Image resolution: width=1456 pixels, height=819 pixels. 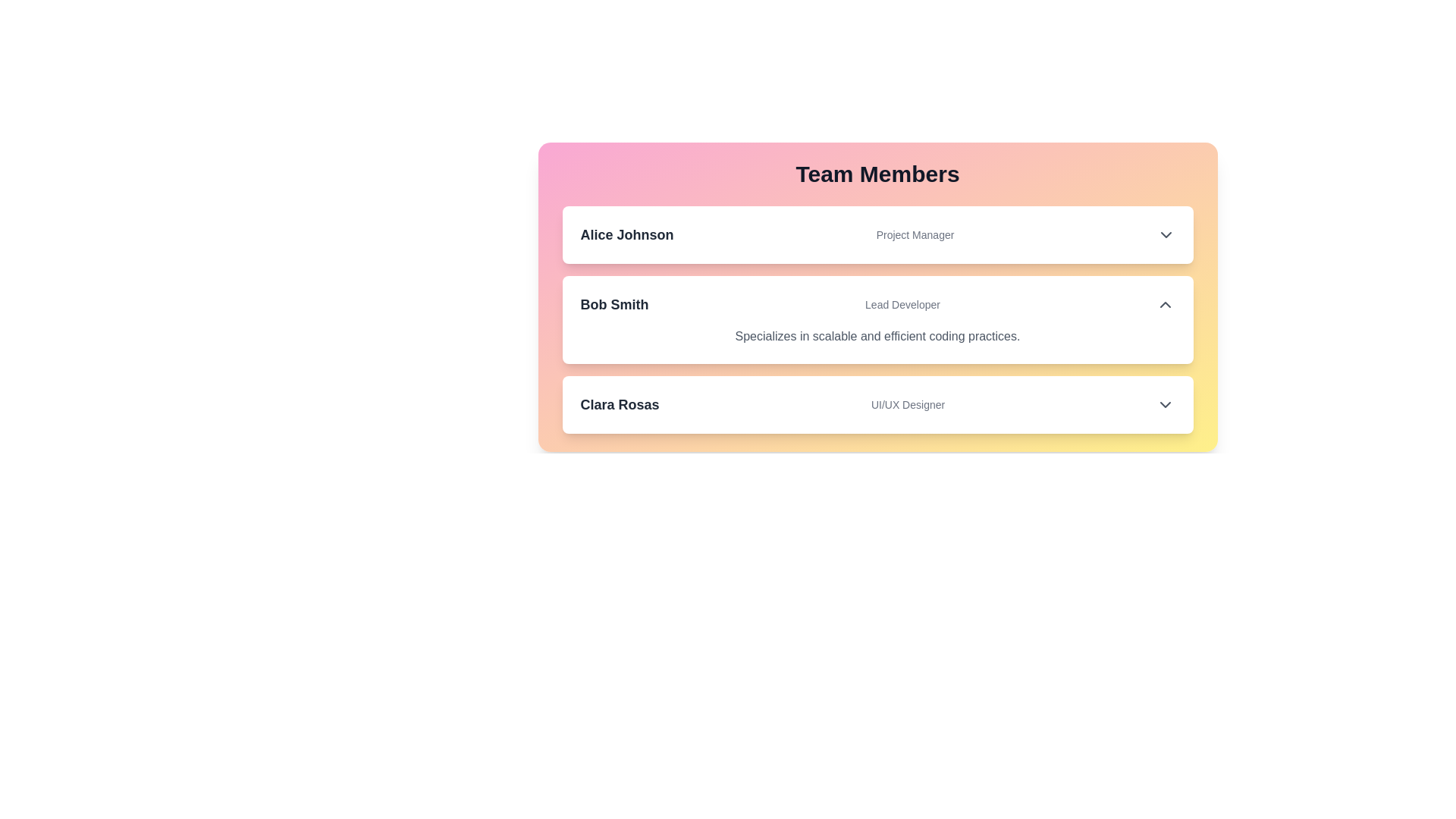 What do you see at coordinates (1165, 403) in the screenshot?
I see `toggle button for Clara Rosas to toggle their bio visibility` at bounding box center [1165, 403].